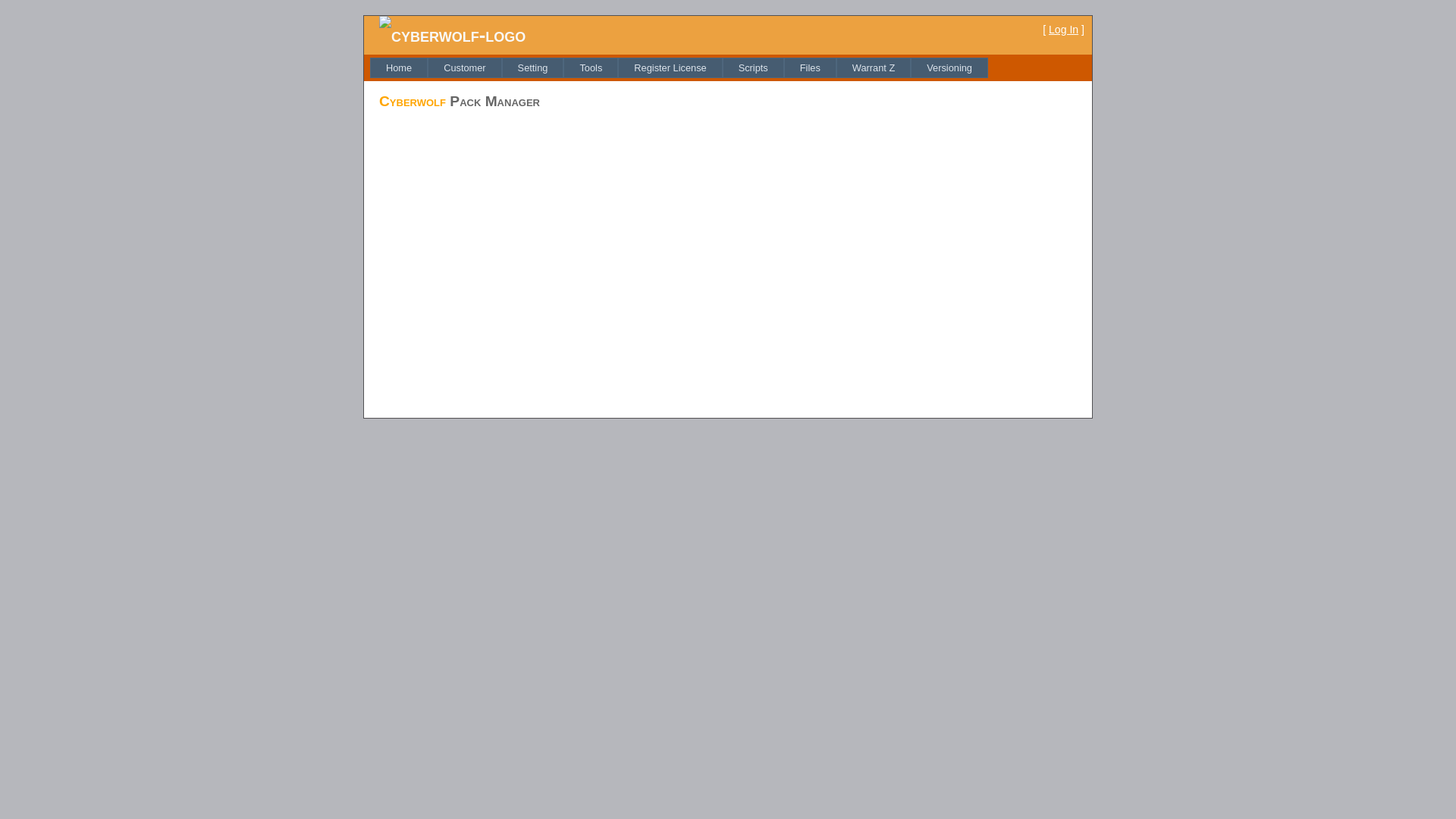  I want to click on 'Tools', so click(589, 67).